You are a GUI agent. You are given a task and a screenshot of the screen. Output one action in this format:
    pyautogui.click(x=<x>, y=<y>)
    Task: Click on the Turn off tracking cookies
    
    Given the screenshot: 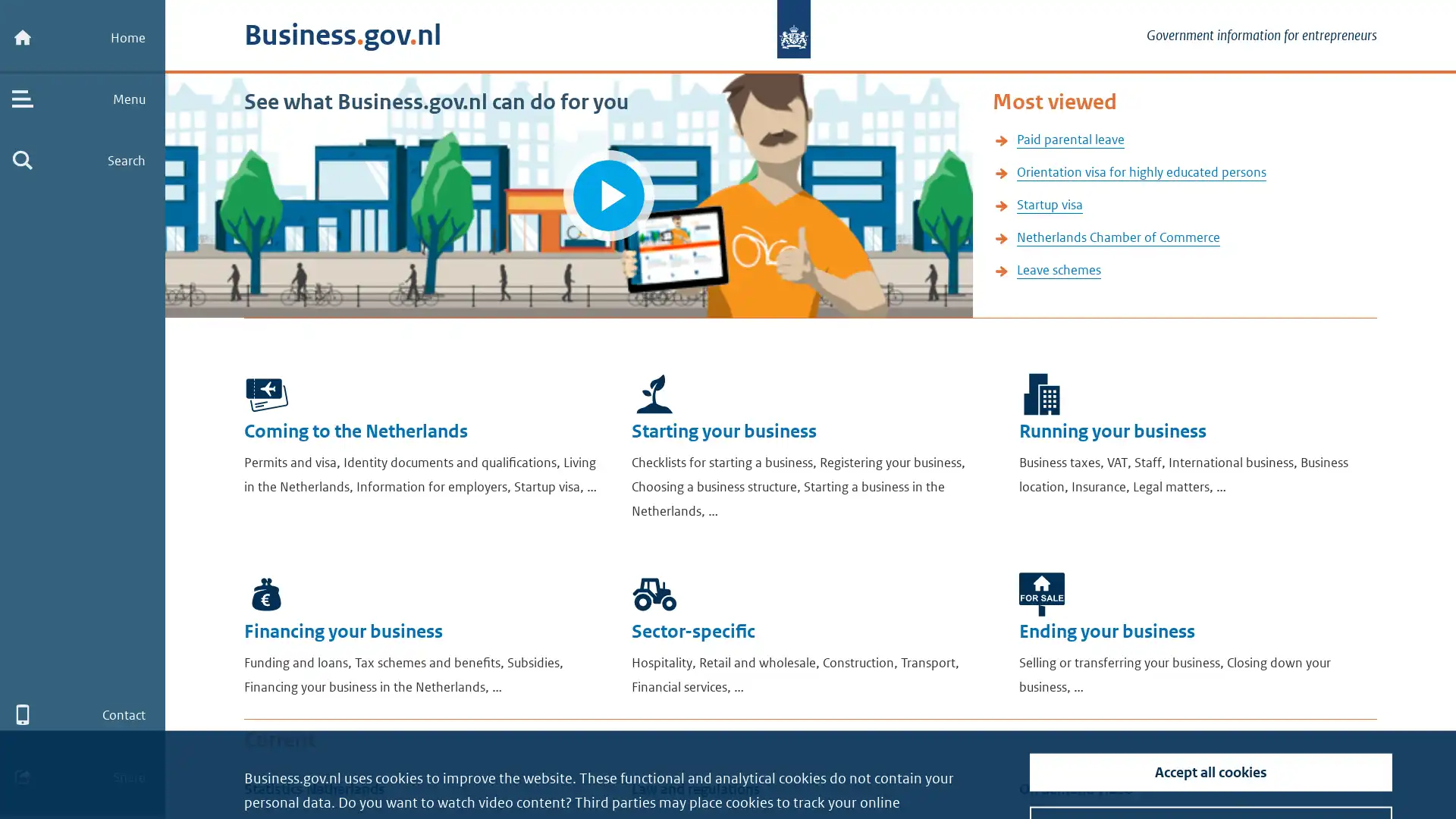 What is the action you would take?
    pyautogui.click(x=1210, y=769)
    